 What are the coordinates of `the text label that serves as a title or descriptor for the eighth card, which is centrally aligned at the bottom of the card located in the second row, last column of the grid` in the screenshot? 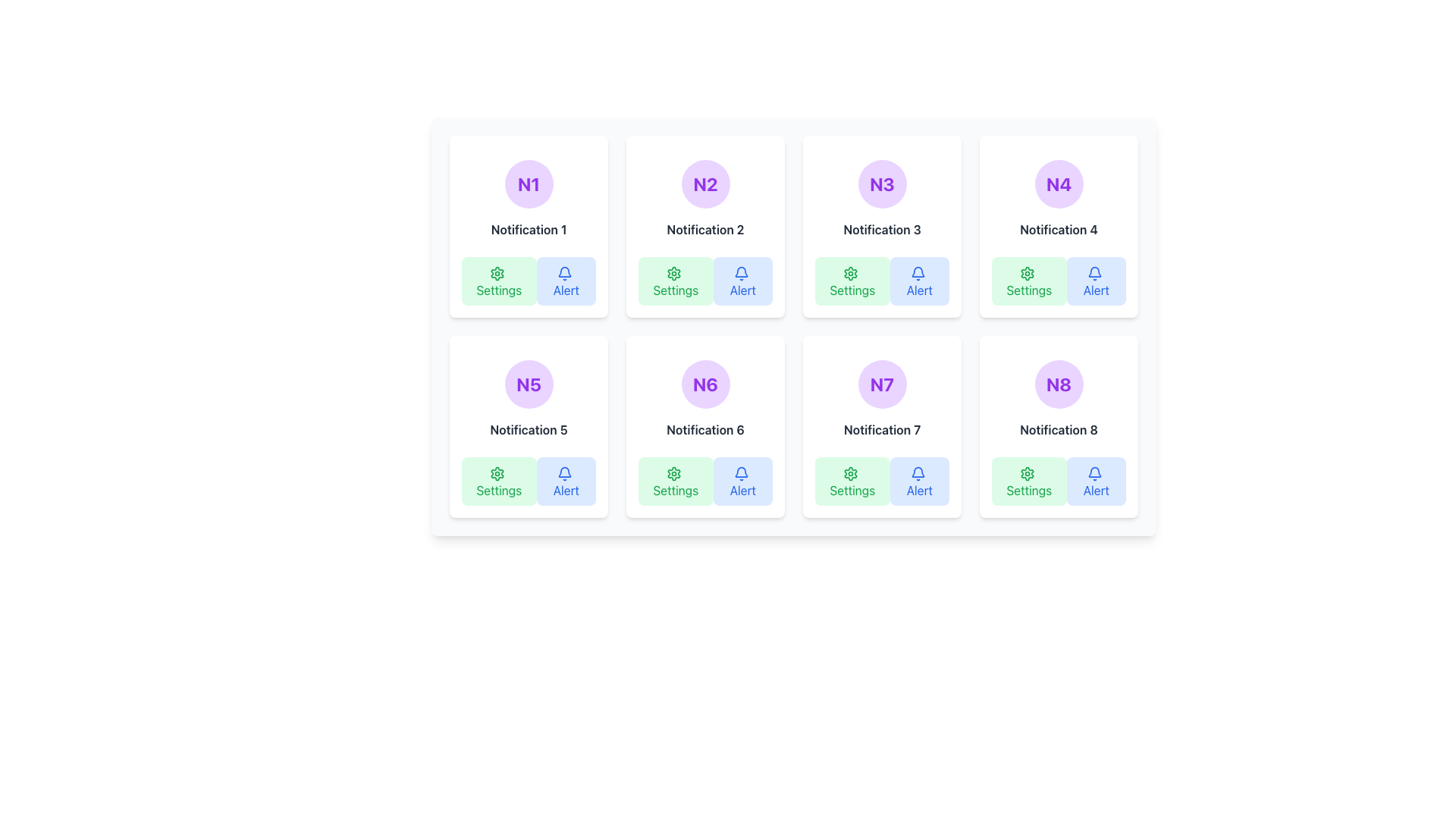 It's located at (1058, 430).